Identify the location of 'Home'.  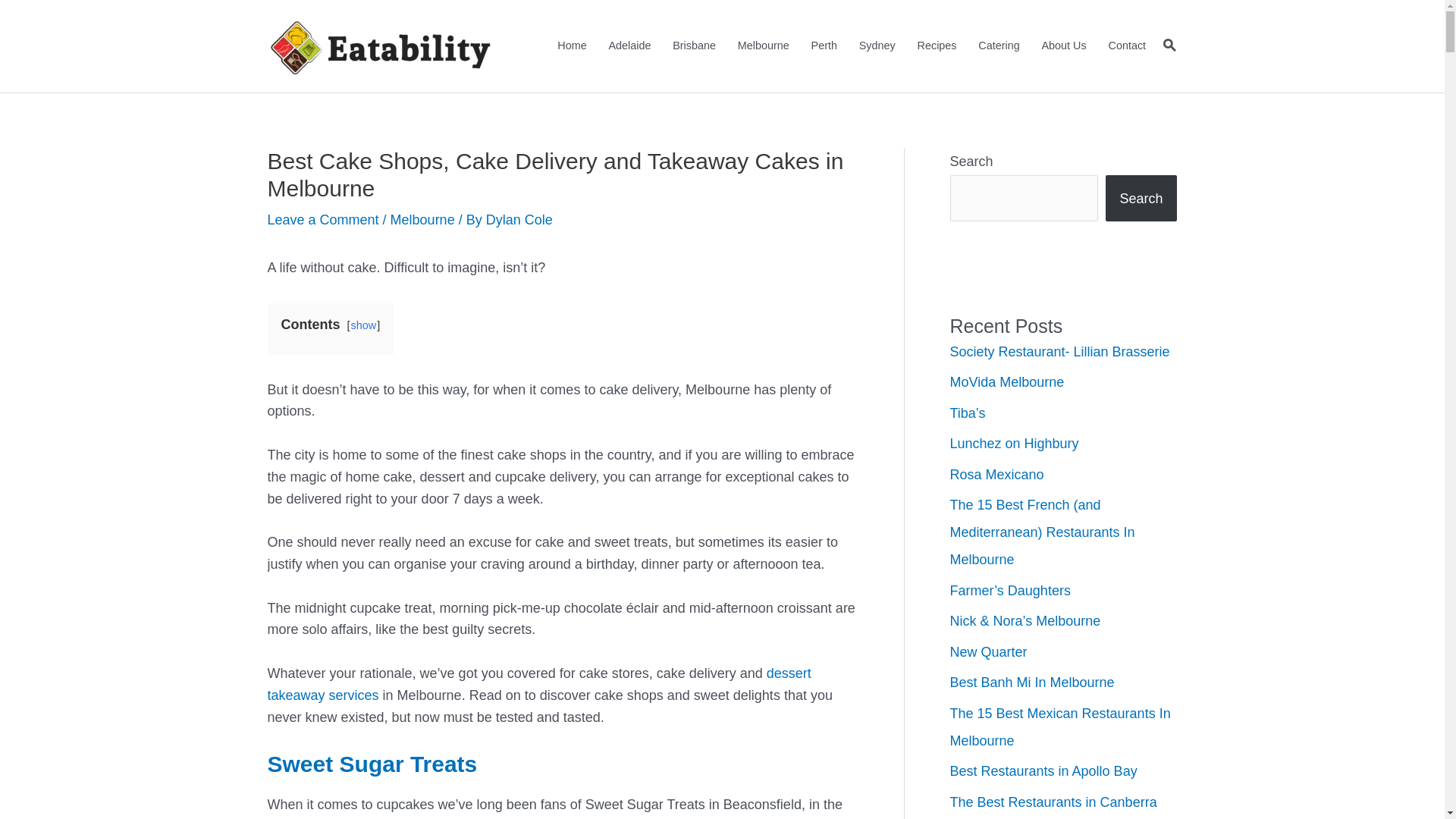
(571, 45).